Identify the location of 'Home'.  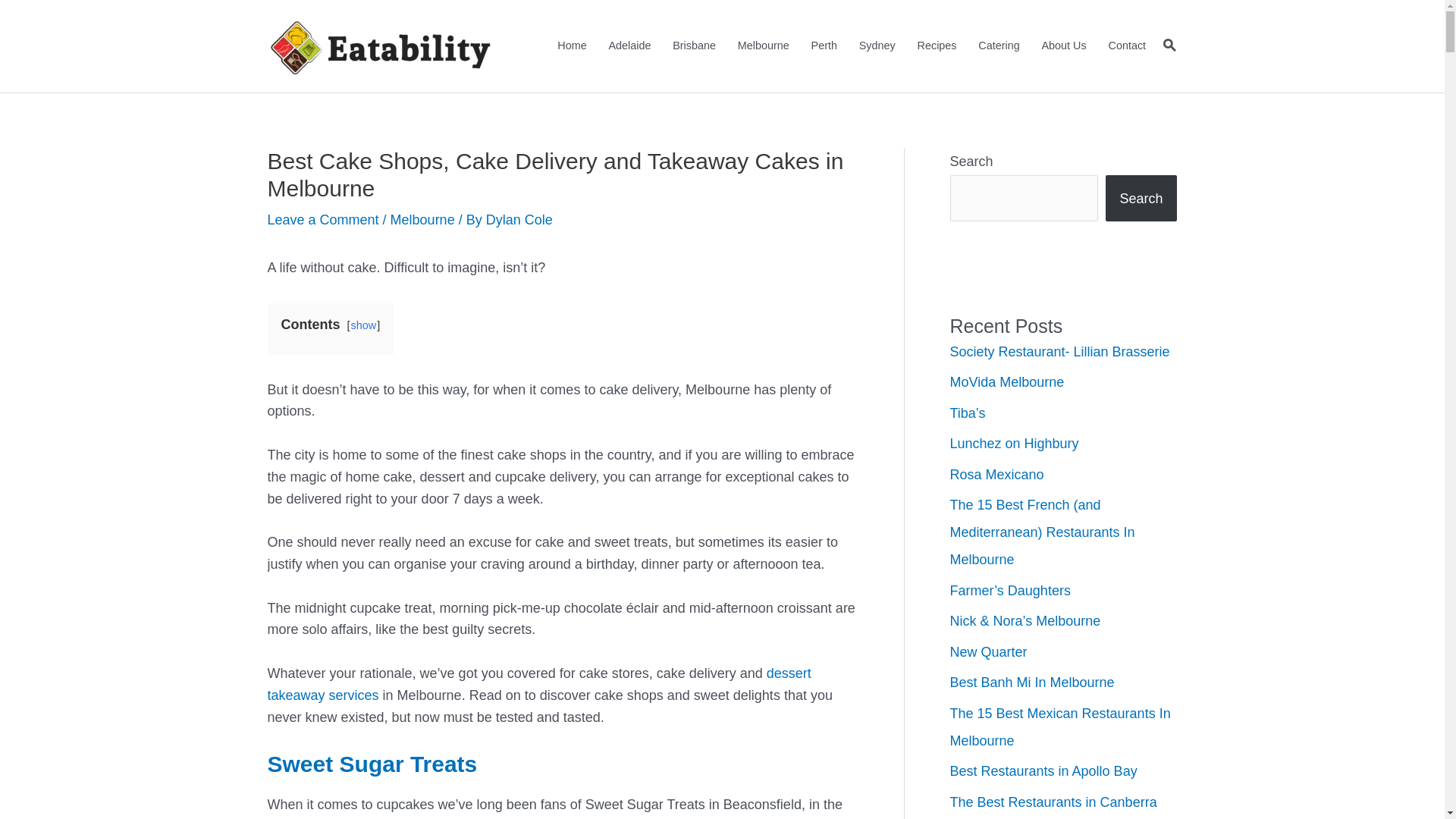
(571, 45).